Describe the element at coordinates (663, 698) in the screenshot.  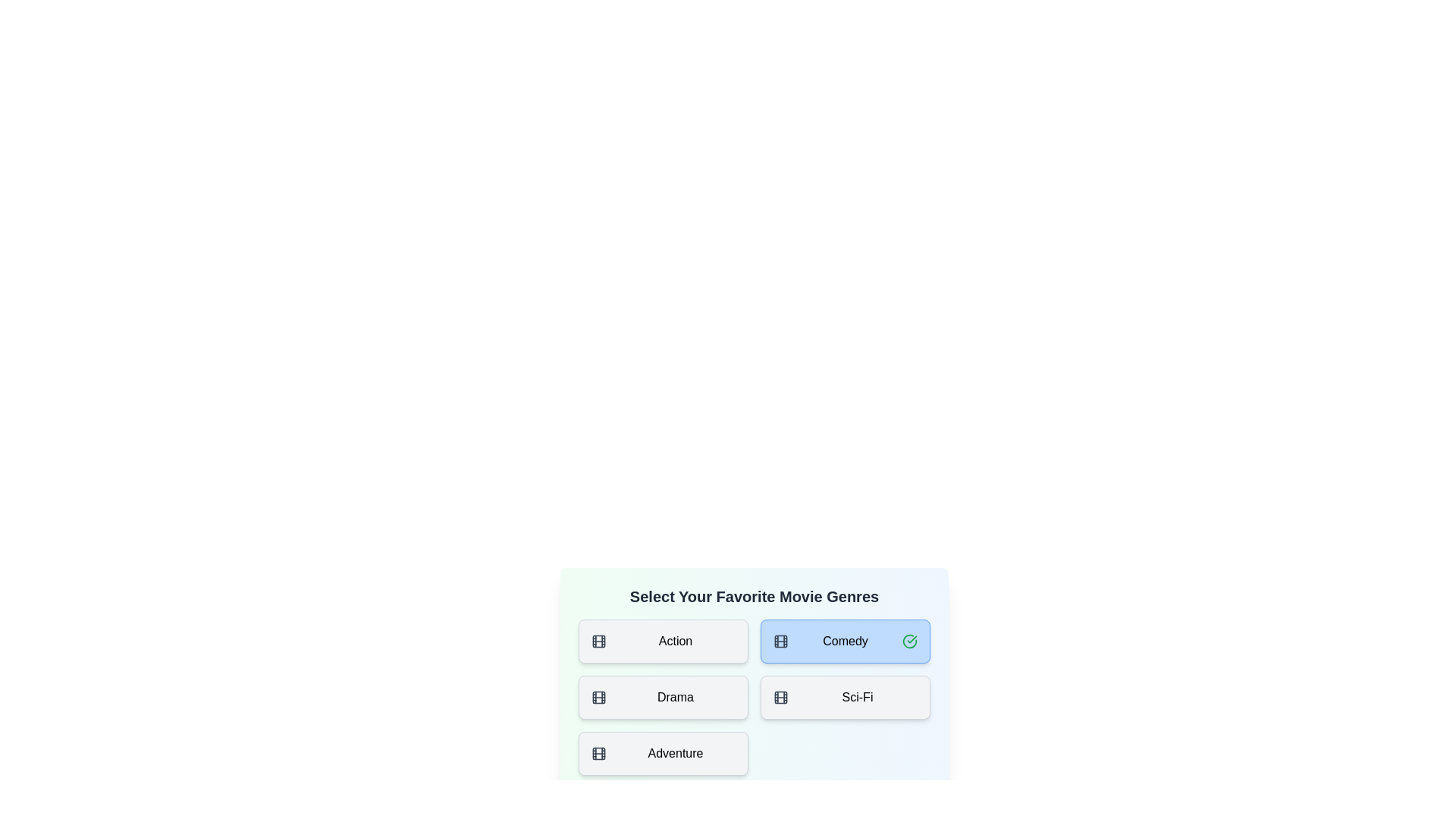
I see `the tile corresponding to the genre Drama to toggle its selection state` at that location.